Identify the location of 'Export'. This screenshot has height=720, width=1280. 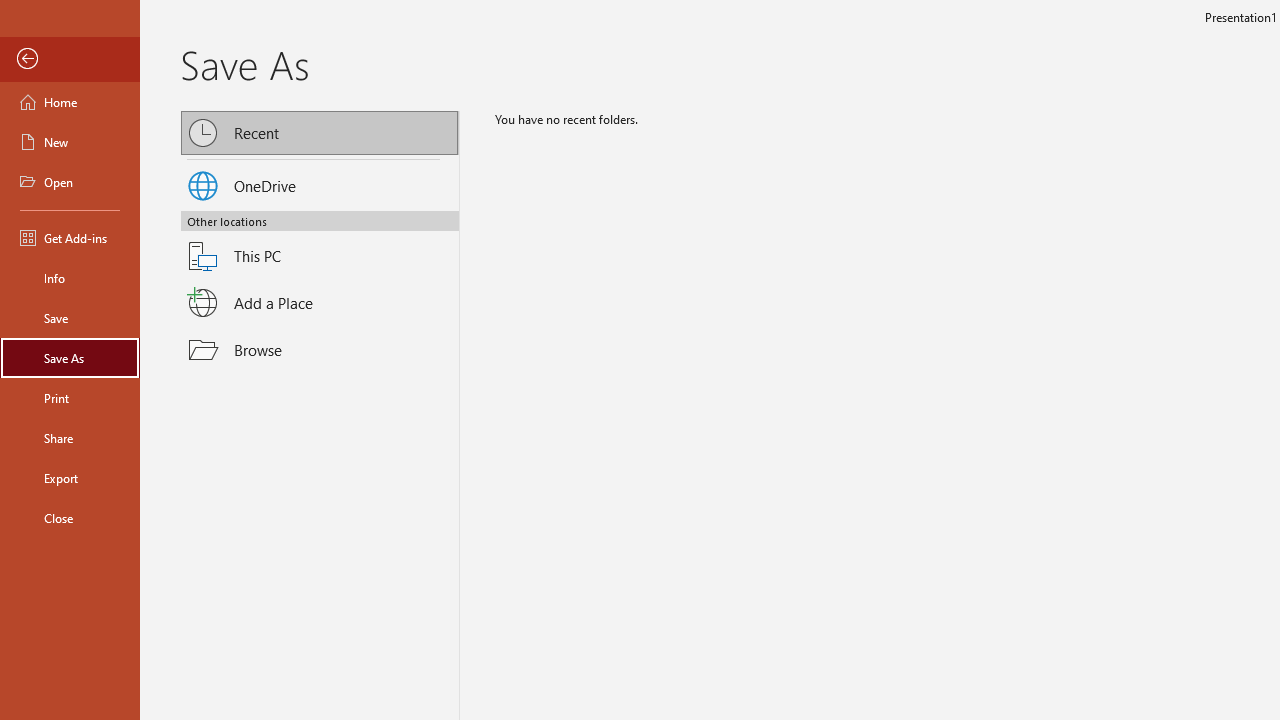
(69, 478).